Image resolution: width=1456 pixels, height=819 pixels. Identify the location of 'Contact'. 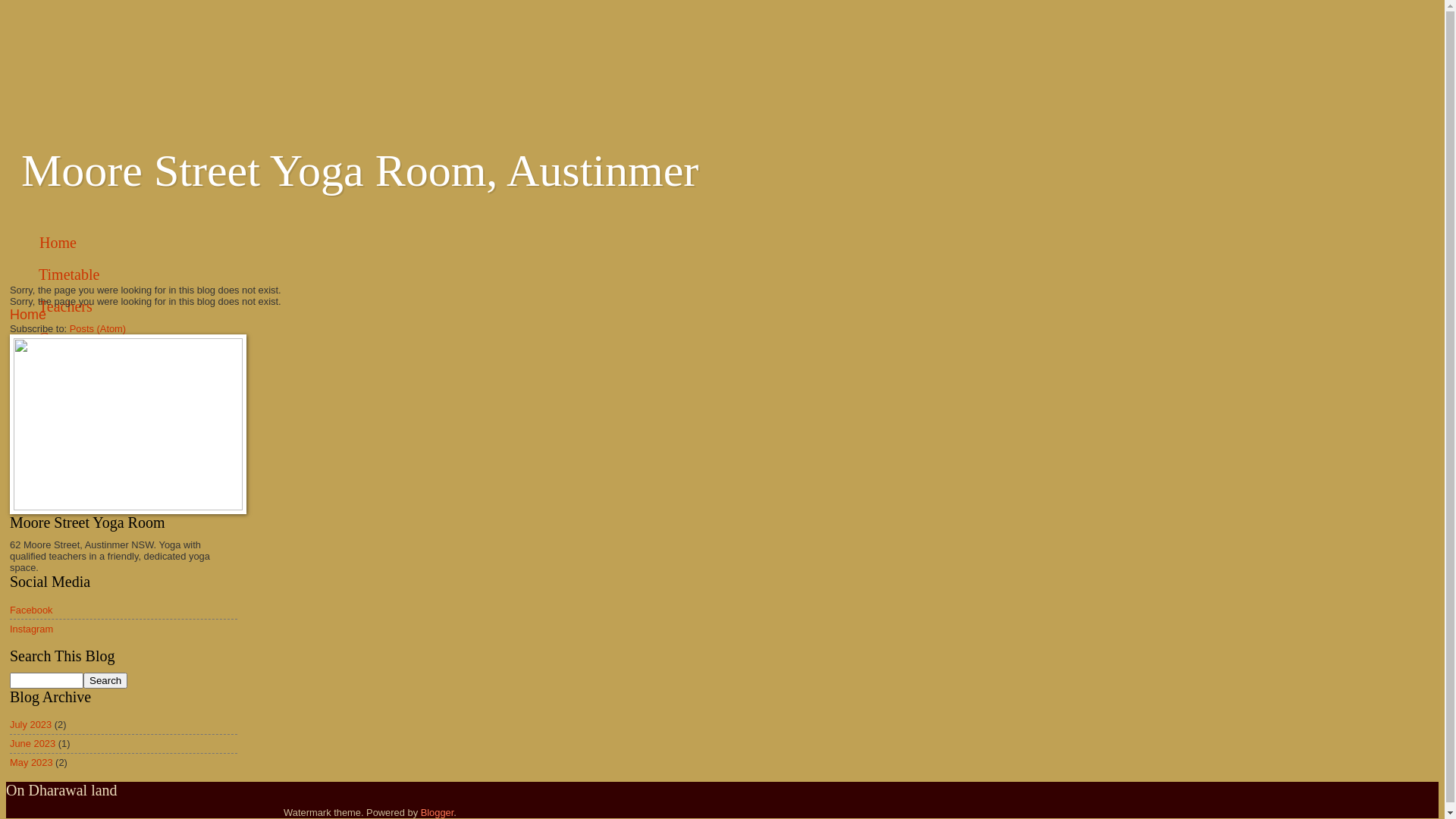
(23, 337).